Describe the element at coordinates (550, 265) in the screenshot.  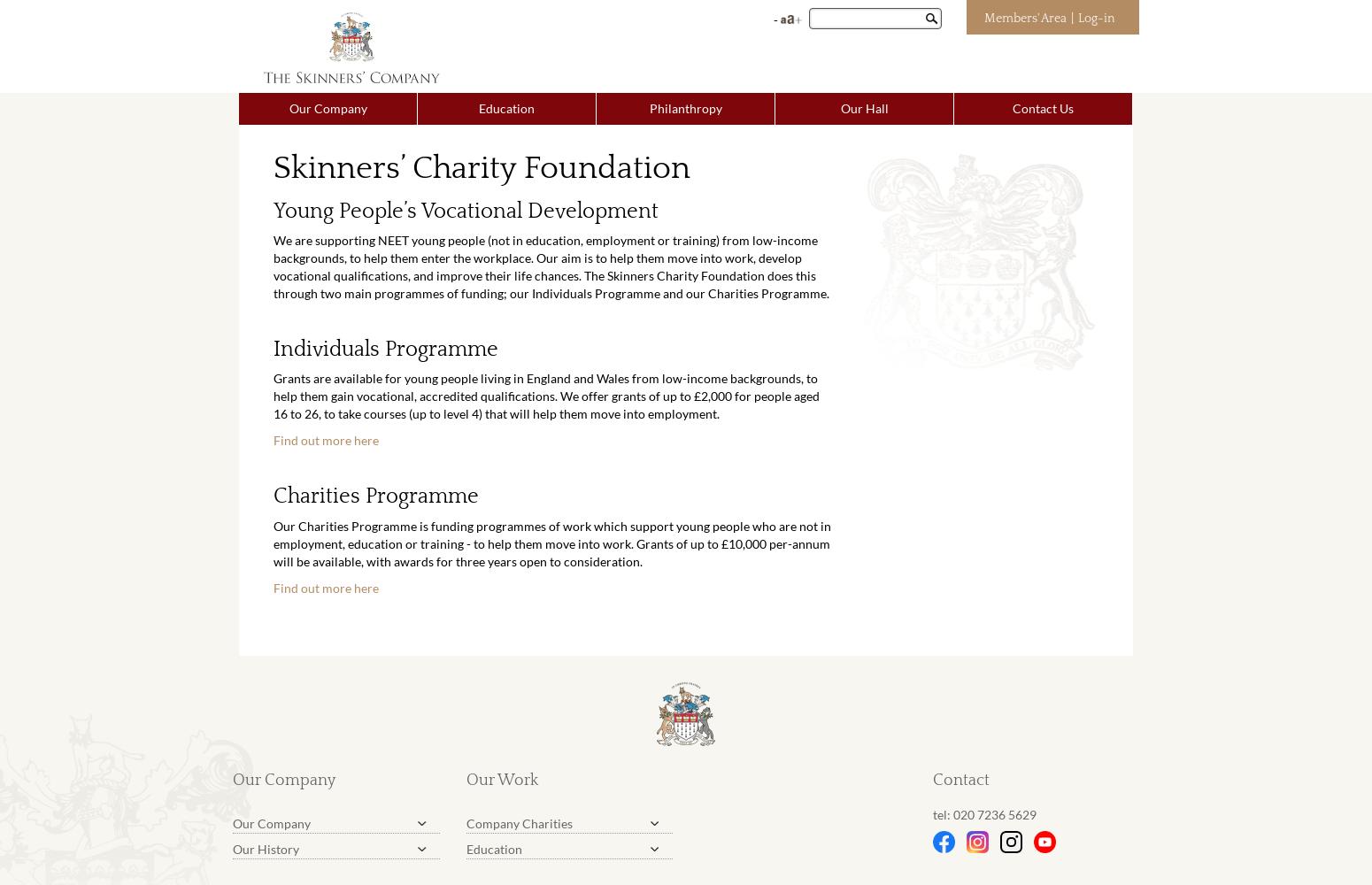
I see `'We are supporting NEET young people (not in education, employment or training) from low-income backgrounds, to help them enter the workplace. Our aim is to help them move into work, develop vocational qualifications, and improve their life chances. The Skinners Charity Foundation does this through two main programmes of funding; our Individuals Programme and our Charities Programme.'` at that location.